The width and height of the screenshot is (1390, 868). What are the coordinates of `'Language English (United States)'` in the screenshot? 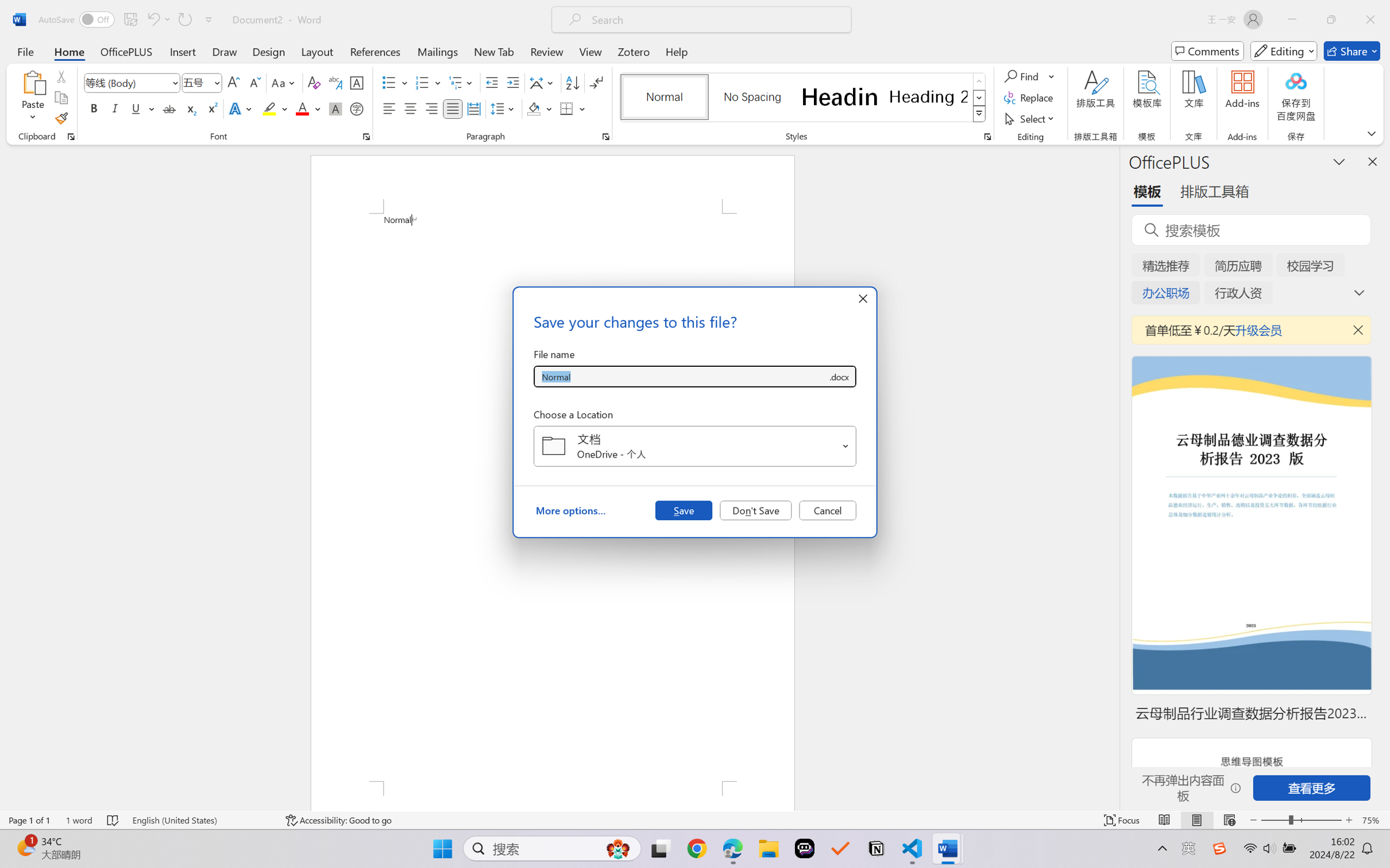 It's located at (201, 820).